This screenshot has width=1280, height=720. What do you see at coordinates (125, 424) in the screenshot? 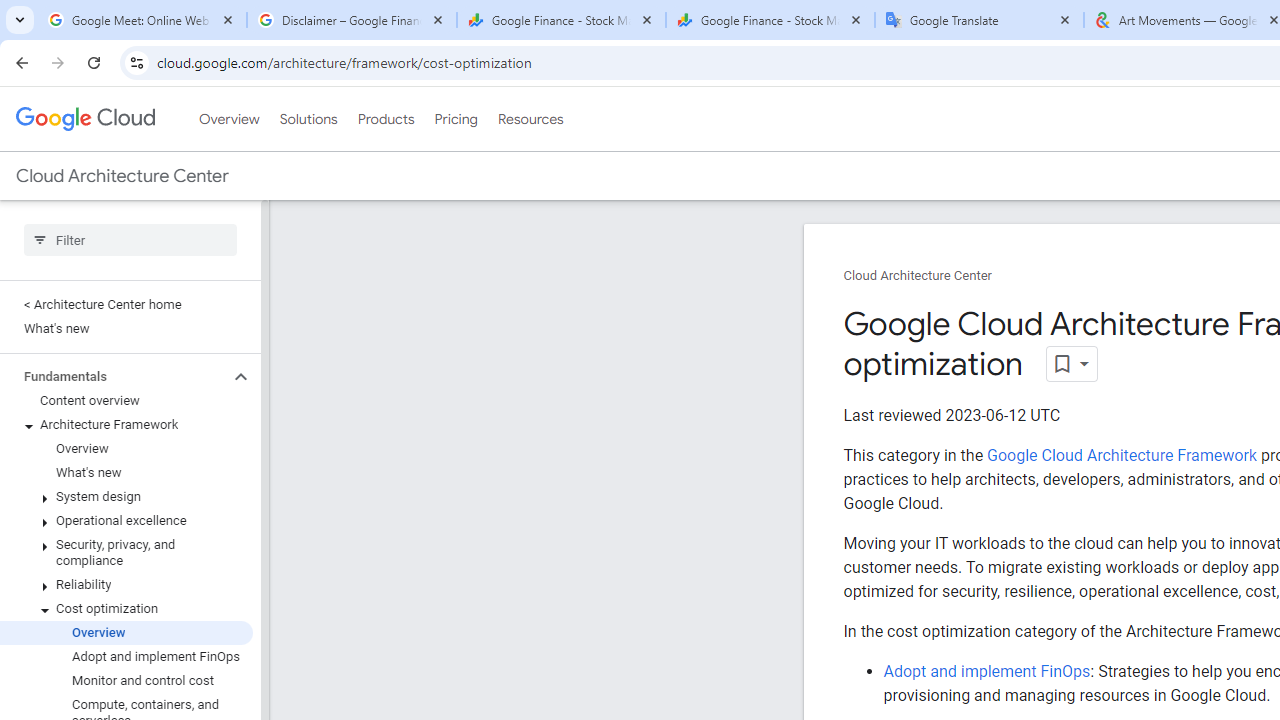
I see `'Architecture Framework'` at bounding box center [125, 424].